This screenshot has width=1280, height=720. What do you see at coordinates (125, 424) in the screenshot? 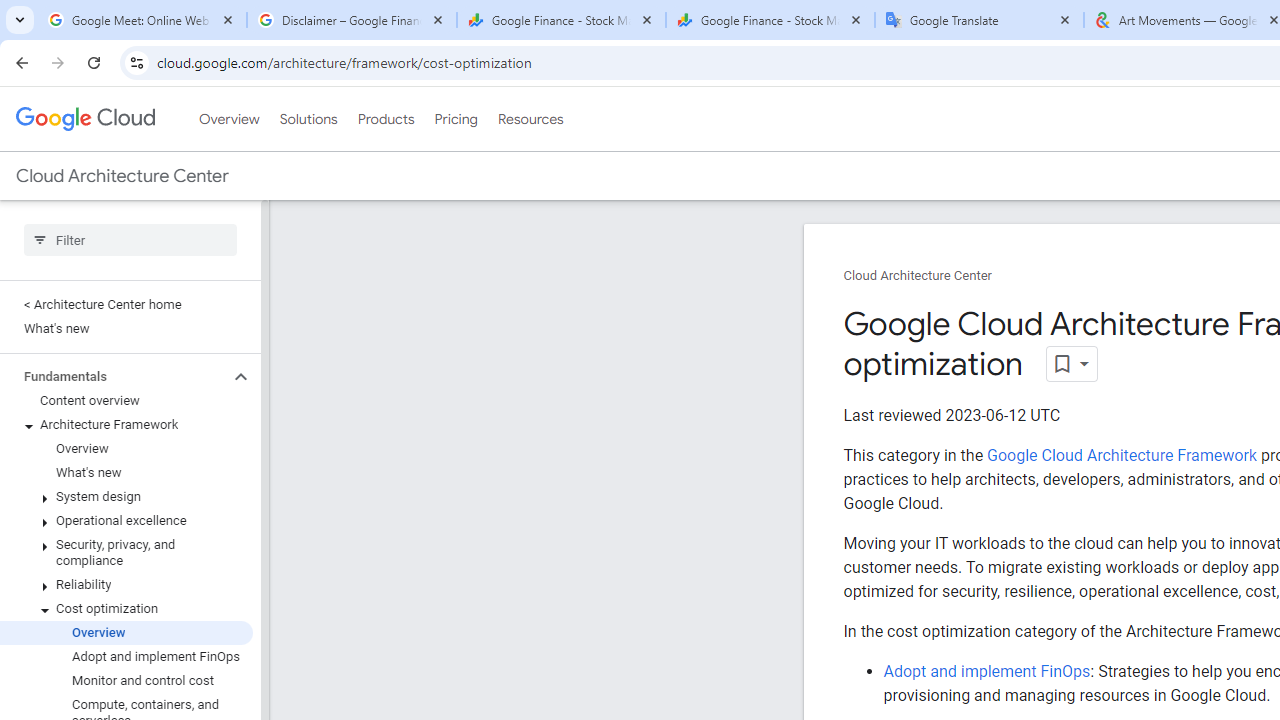
I see `'Architecture Framework'` at bounding box center [125, 424].